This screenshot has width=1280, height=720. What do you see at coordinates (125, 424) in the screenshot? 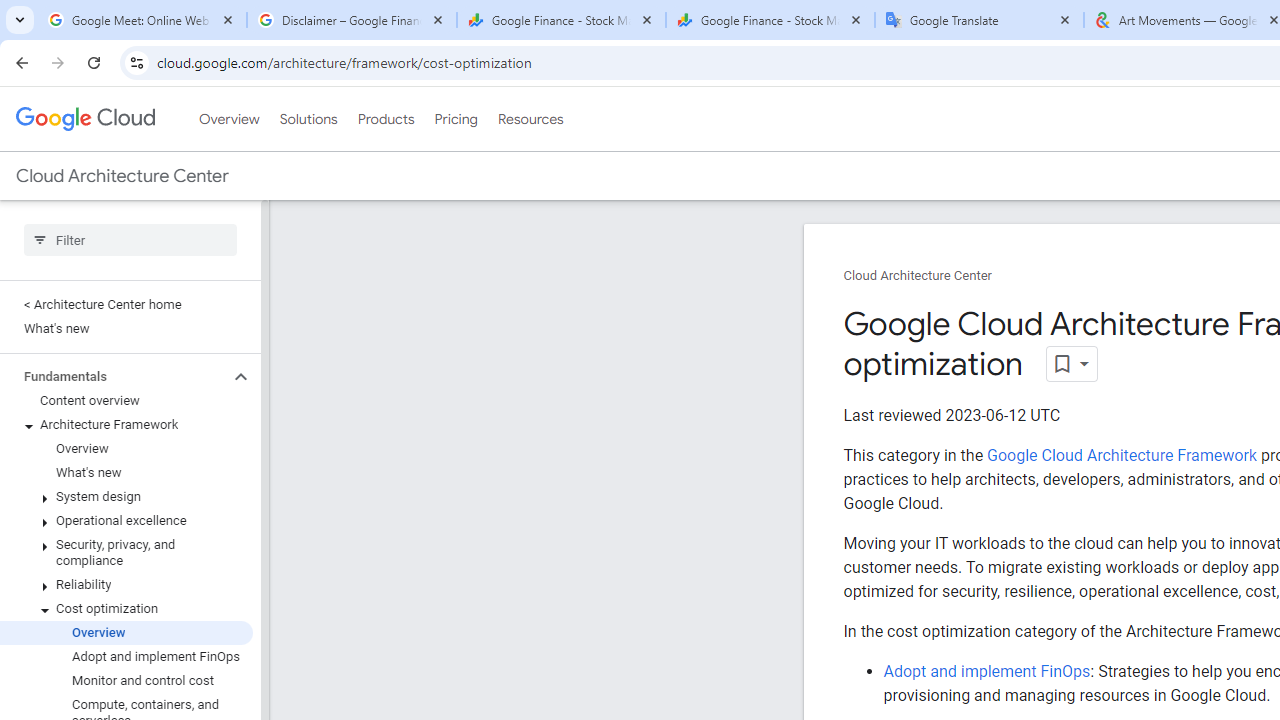
I see `'Architecture Framework'` at bounding box center [125, 424].